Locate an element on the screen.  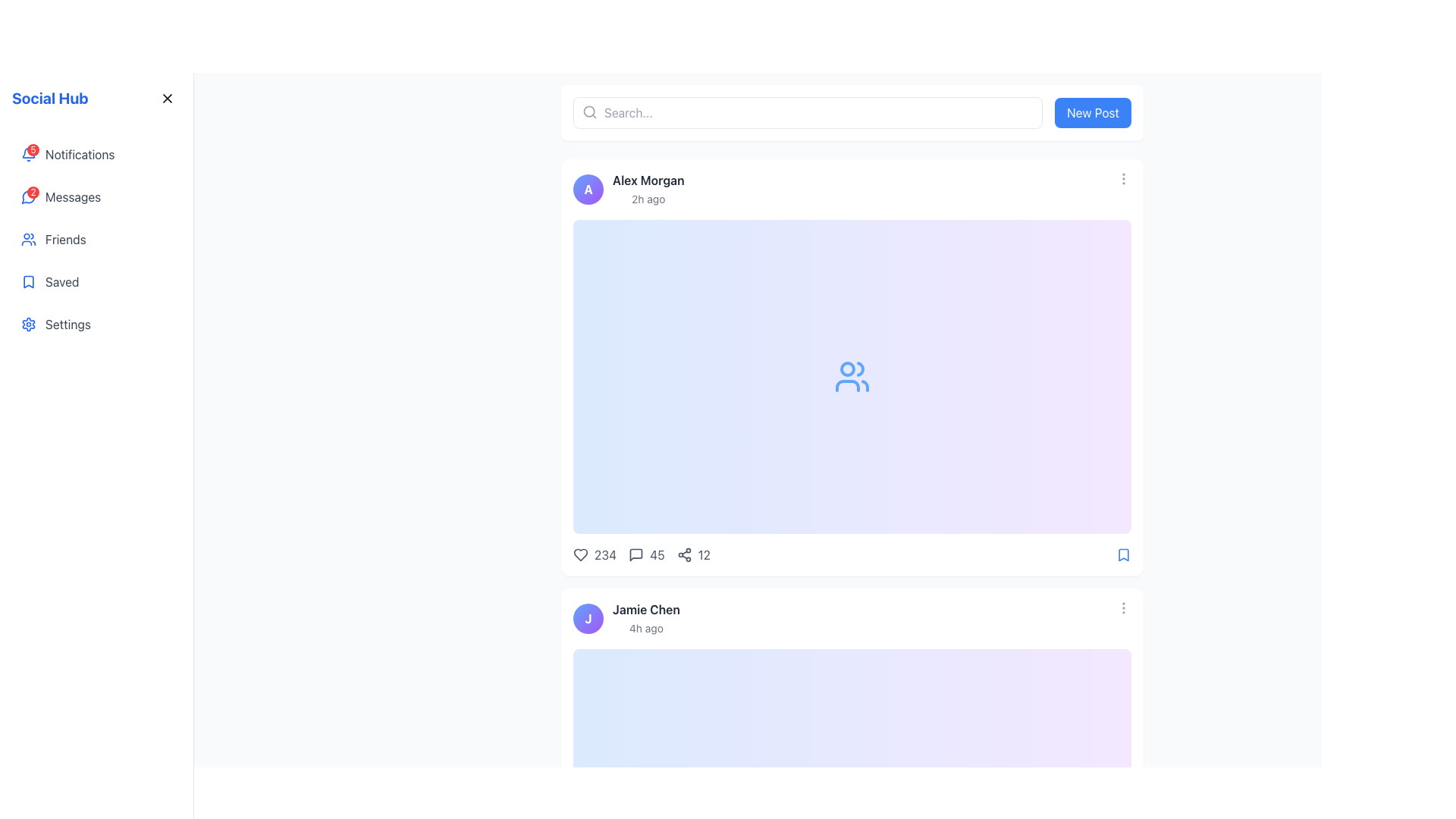
the Share count interactive element, which consists of a share icon and the number '12' in gray font that turns green when hovered is located at coordinates (692, 555).